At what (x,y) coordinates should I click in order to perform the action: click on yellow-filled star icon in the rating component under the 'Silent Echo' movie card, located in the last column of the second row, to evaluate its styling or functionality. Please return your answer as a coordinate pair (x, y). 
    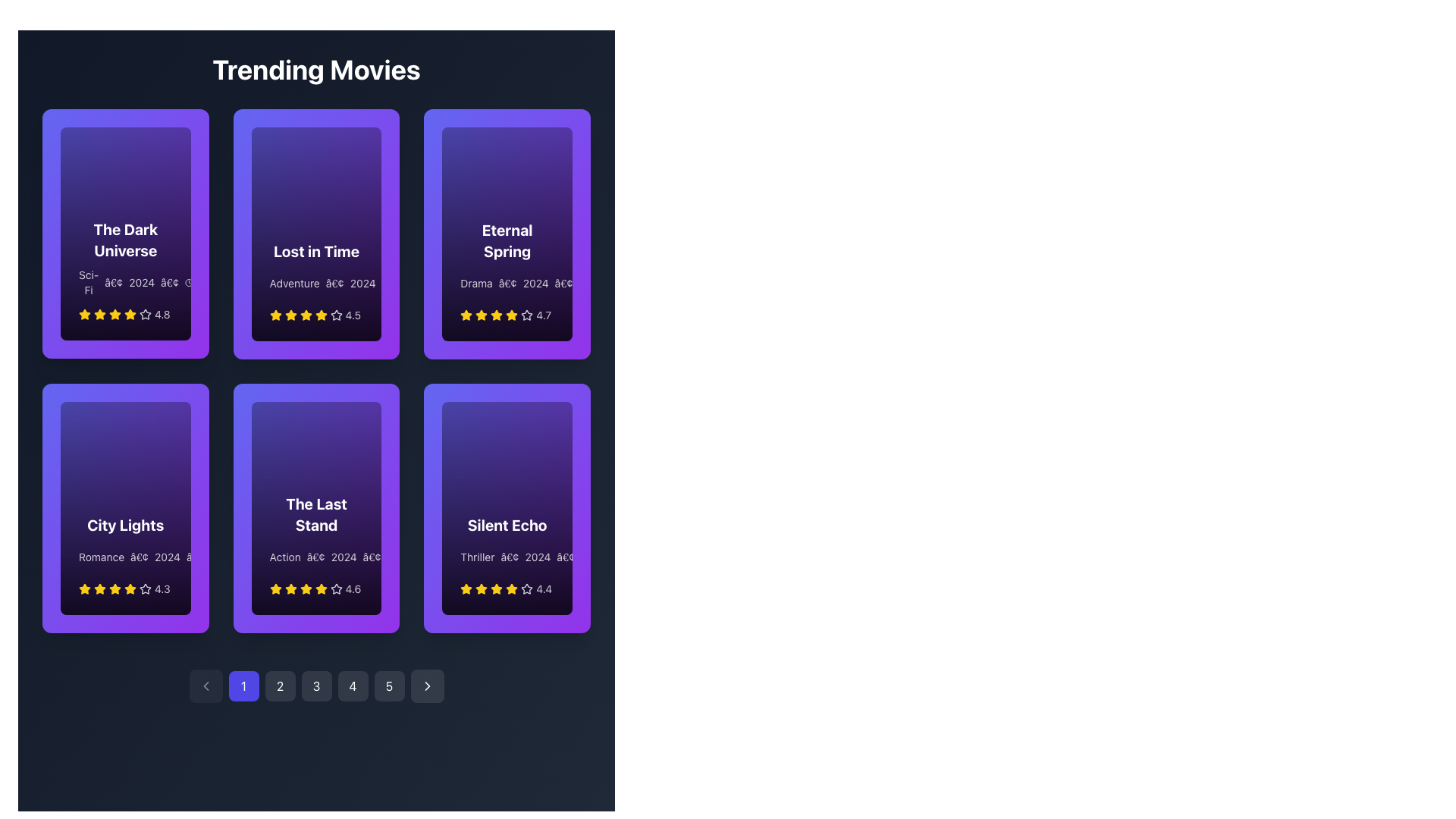
    Looking at the image, I should click on (512, 588).